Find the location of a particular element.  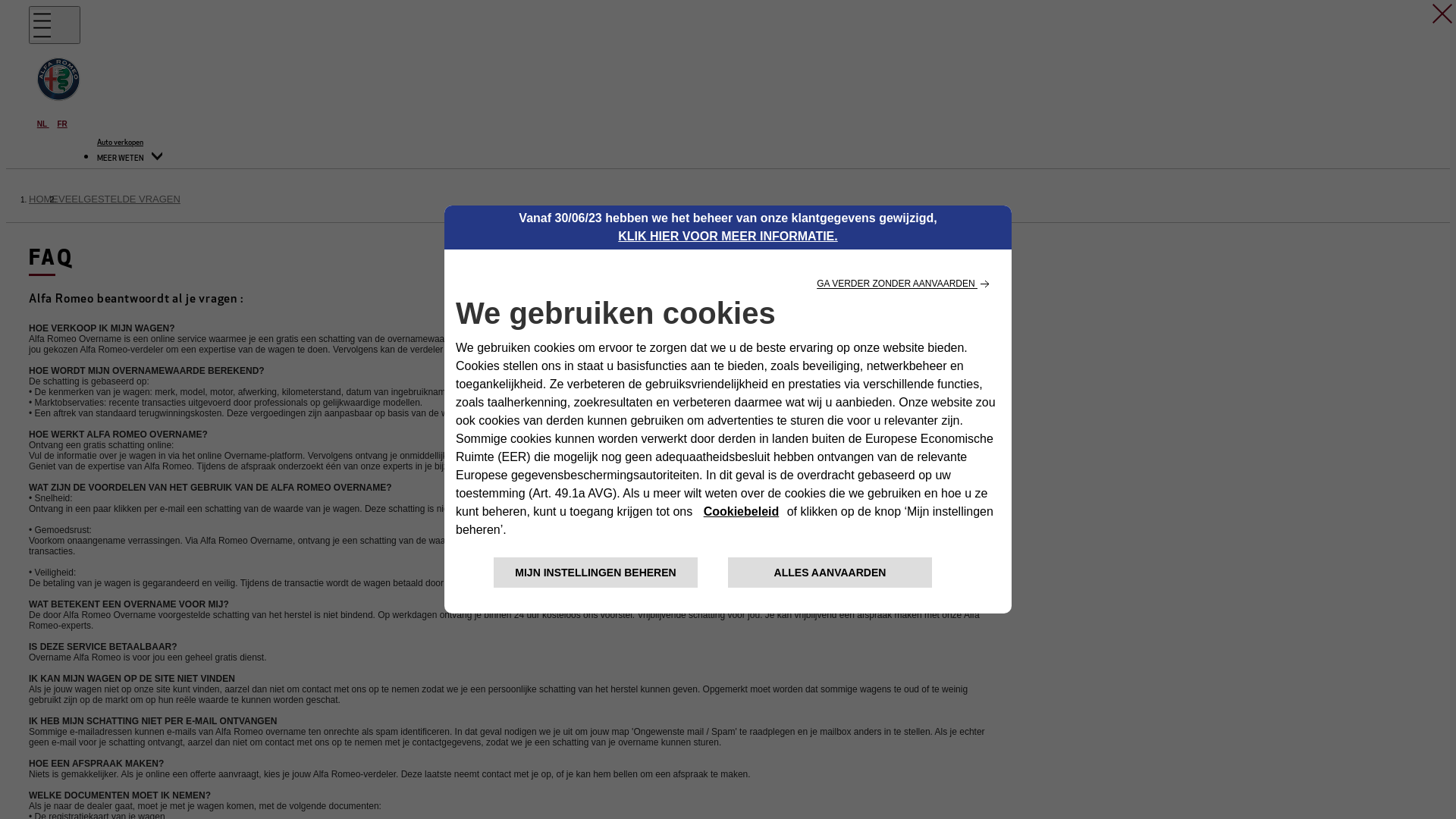

'VEELGESTELDE VRAGEN' is located at coordinates (118, 198).